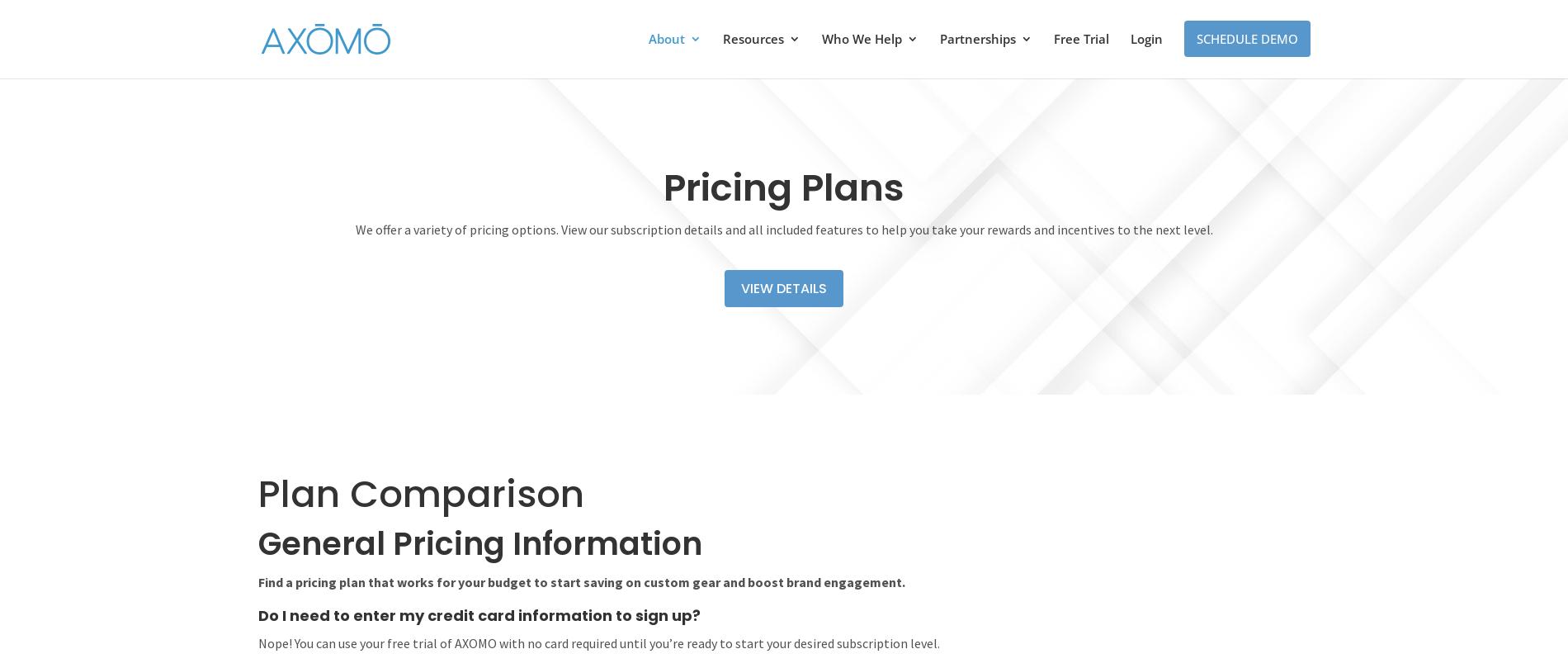 This screenshot has height=668, width=1568. Describe the element at coordinates (720, 39) in the screenshot. I see `'Resources'` at that location.